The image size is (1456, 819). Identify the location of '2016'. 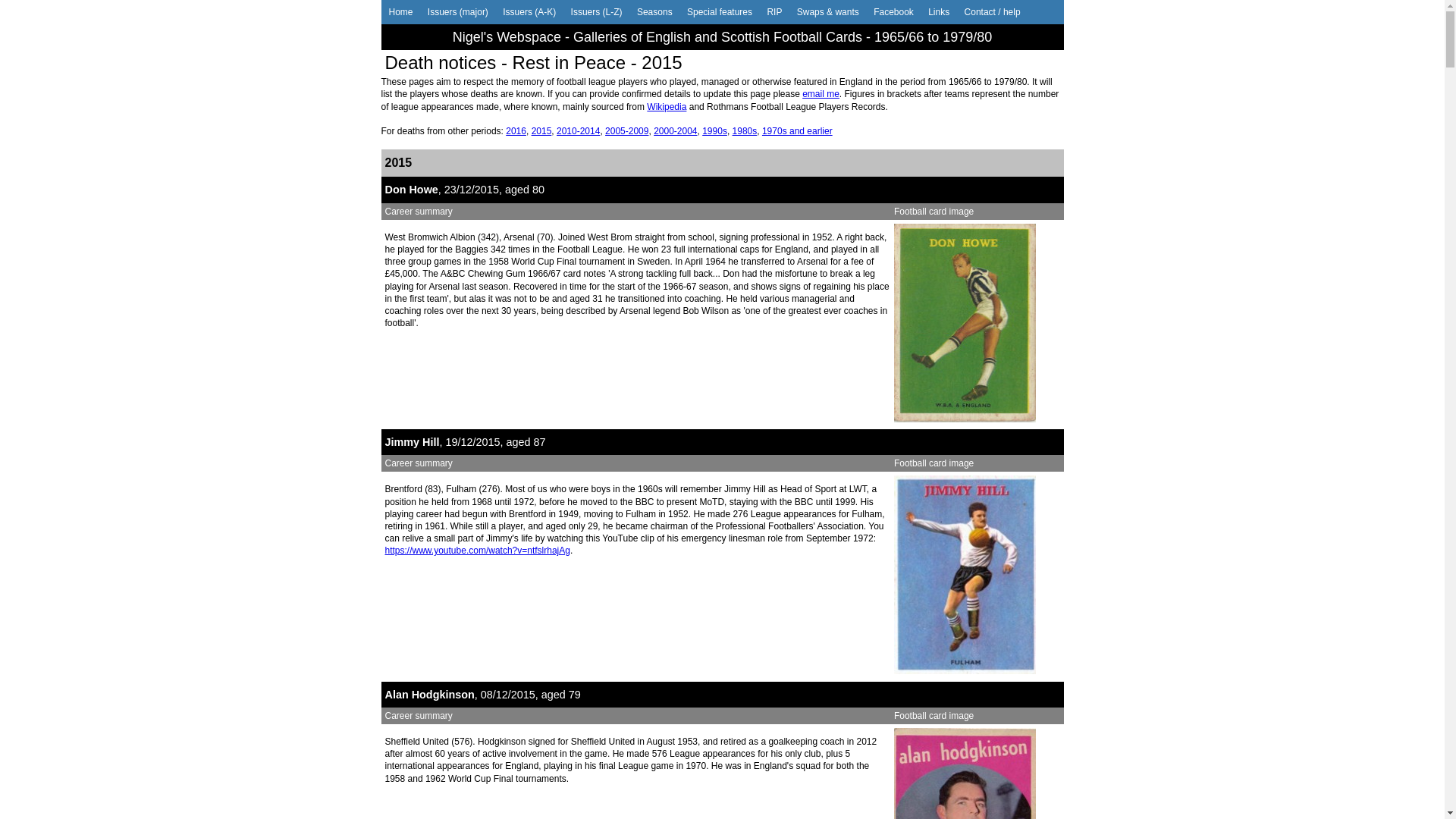
(516, 130).